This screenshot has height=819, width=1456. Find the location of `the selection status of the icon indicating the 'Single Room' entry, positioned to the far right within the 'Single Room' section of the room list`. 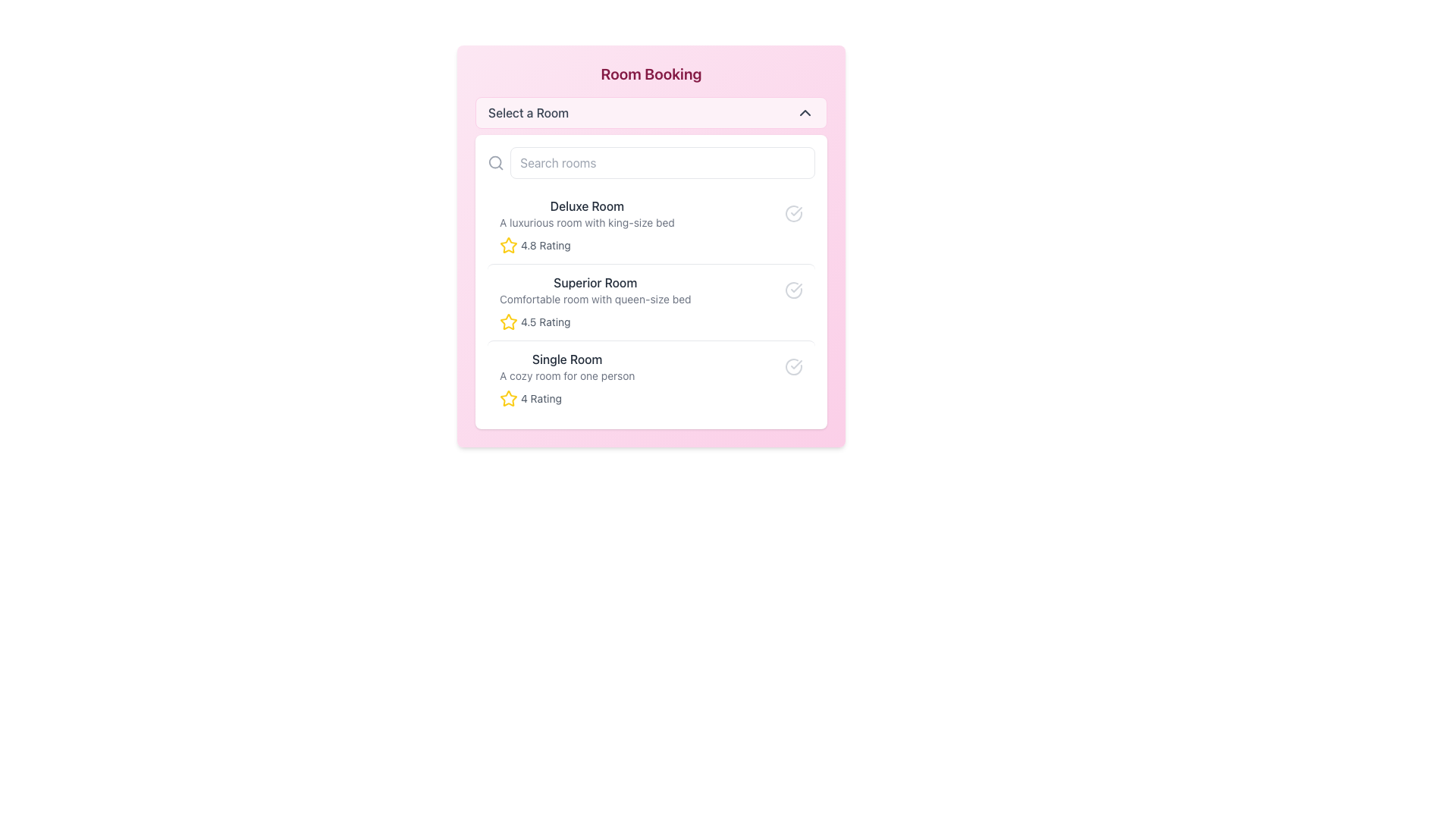

the selection status of the icon indicating the 'Single Room' entry, positioned to the far right within the 'Single Room' section of the room list is located at coordinates (792, 366).